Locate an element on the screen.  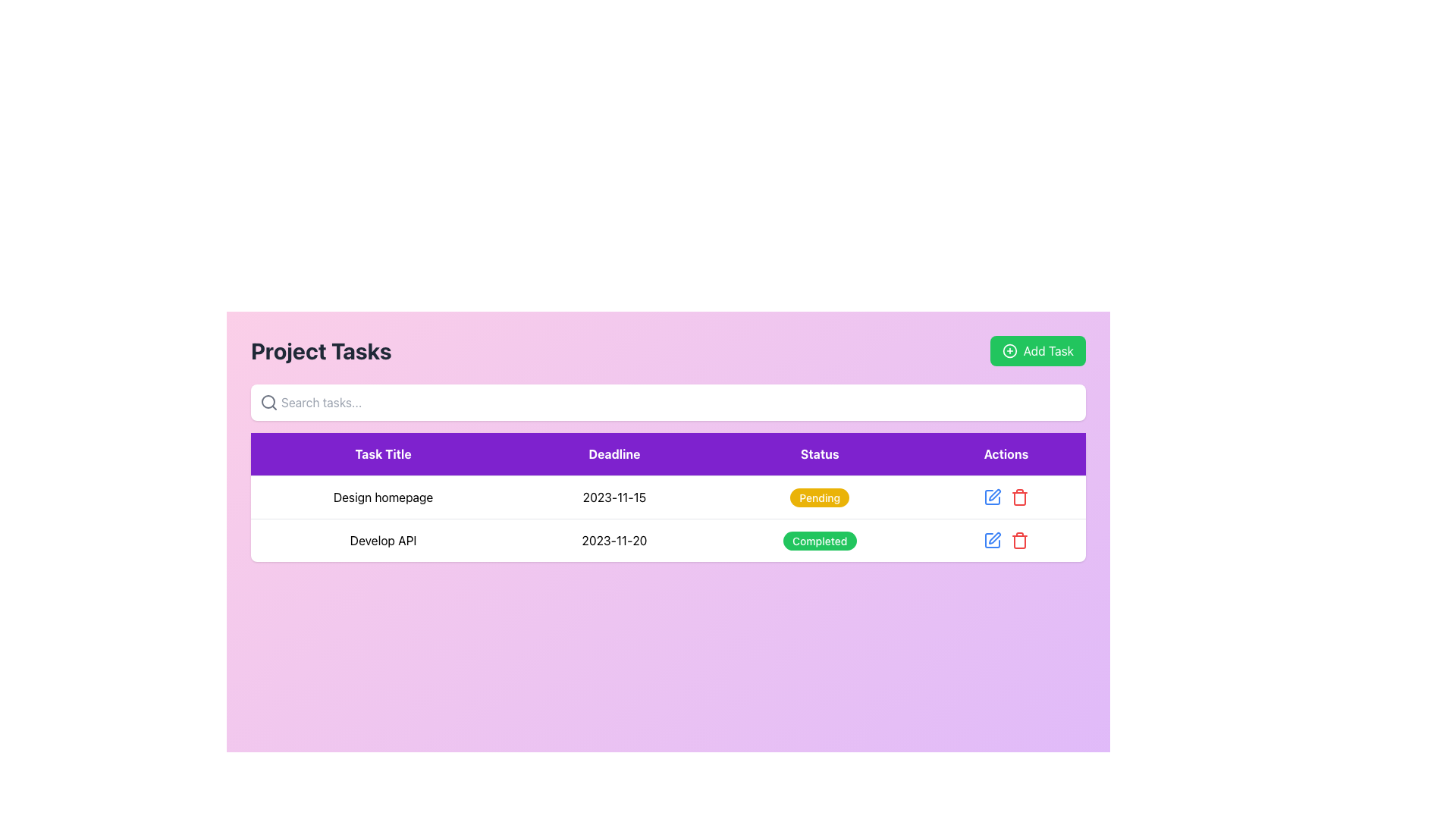
the 'Actions' text label in the header row of the table, which indicates functionality for editing or deleting tasks is located at coordinates (1006, 453).